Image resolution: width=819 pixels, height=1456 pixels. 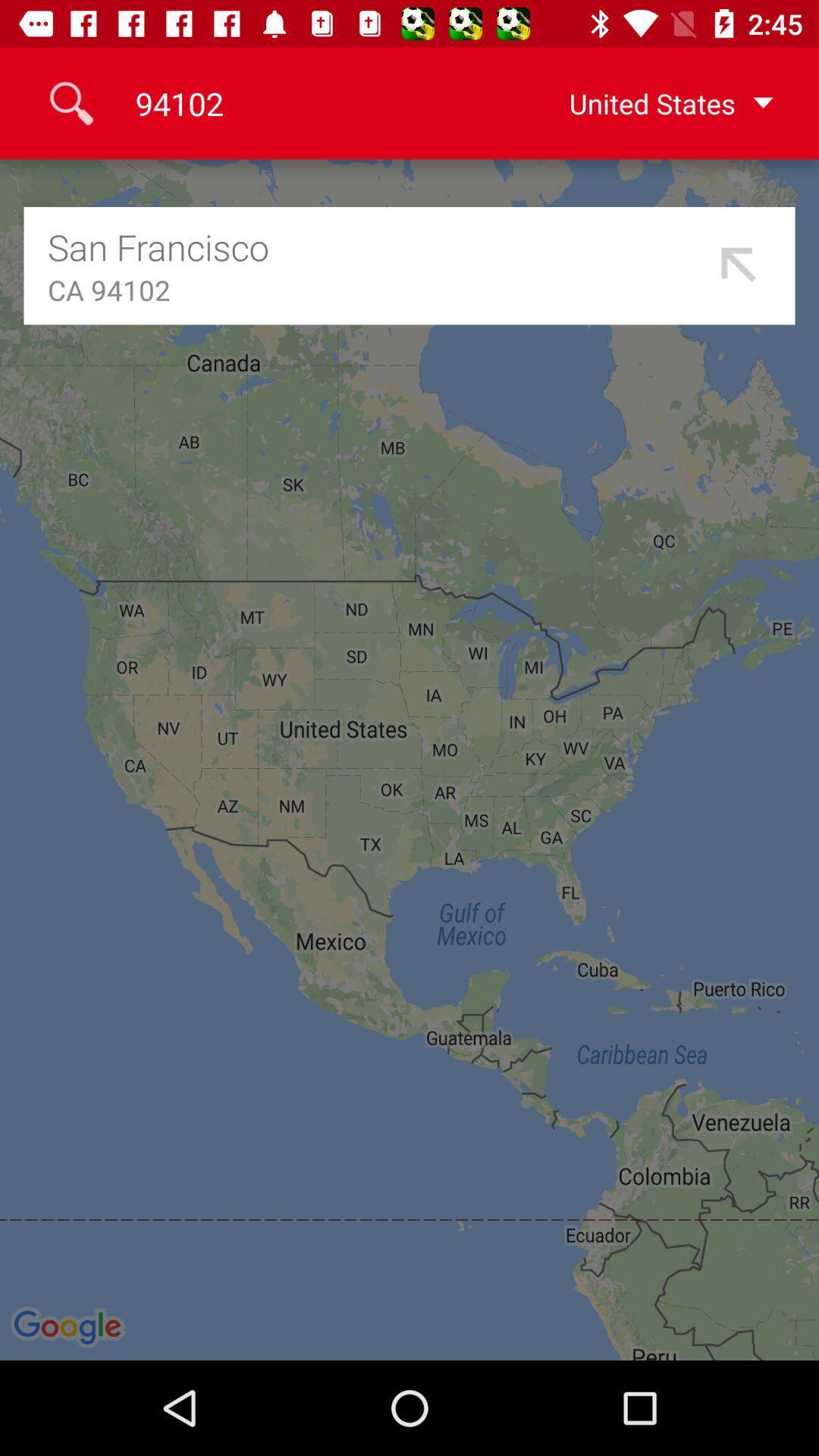 I want to click on the icon above ca 94102, so click(x=376, y=246).